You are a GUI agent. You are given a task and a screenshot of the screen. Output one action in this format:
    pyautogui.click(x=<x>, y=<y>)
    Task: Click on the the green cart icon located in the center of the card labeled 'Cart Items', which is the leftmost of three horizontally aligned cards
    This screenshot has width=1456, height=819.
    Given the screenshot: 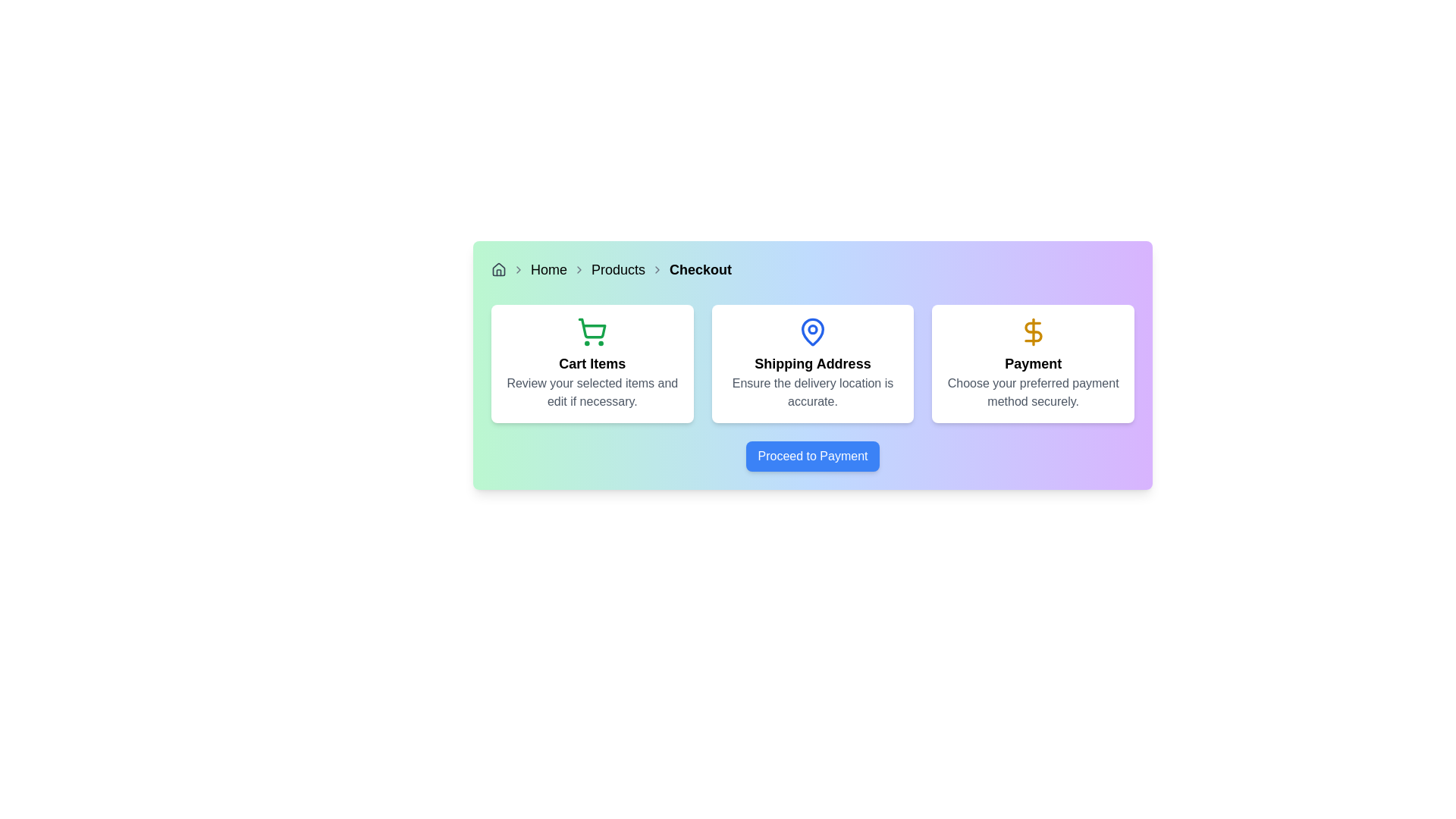 What is the action you would take?
    pyautogui.click(x=591, y=331)
    